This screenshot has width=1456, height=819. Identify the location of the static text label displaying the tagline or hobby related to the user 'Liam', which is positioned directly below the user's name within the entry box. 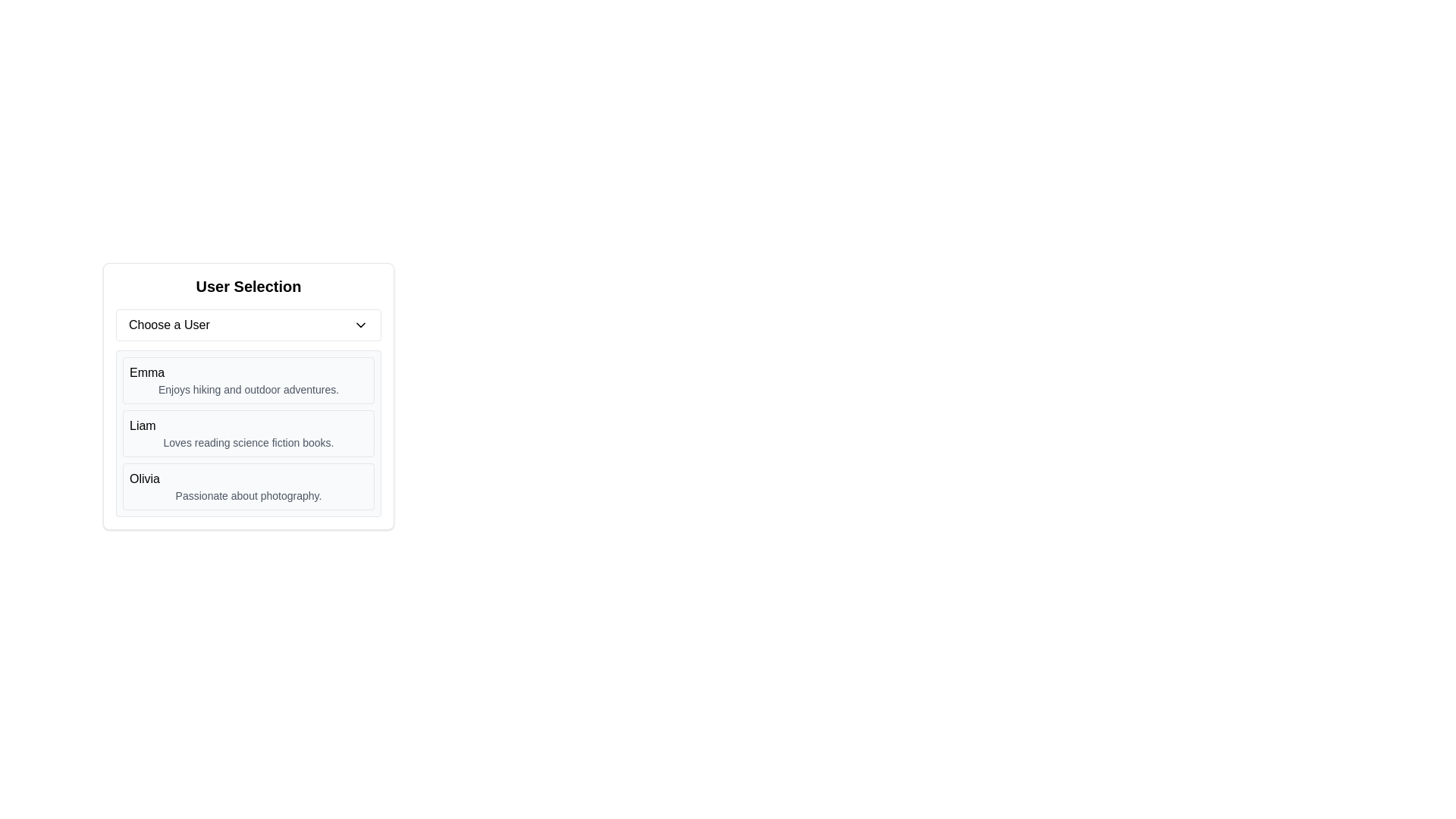
(248, 442).